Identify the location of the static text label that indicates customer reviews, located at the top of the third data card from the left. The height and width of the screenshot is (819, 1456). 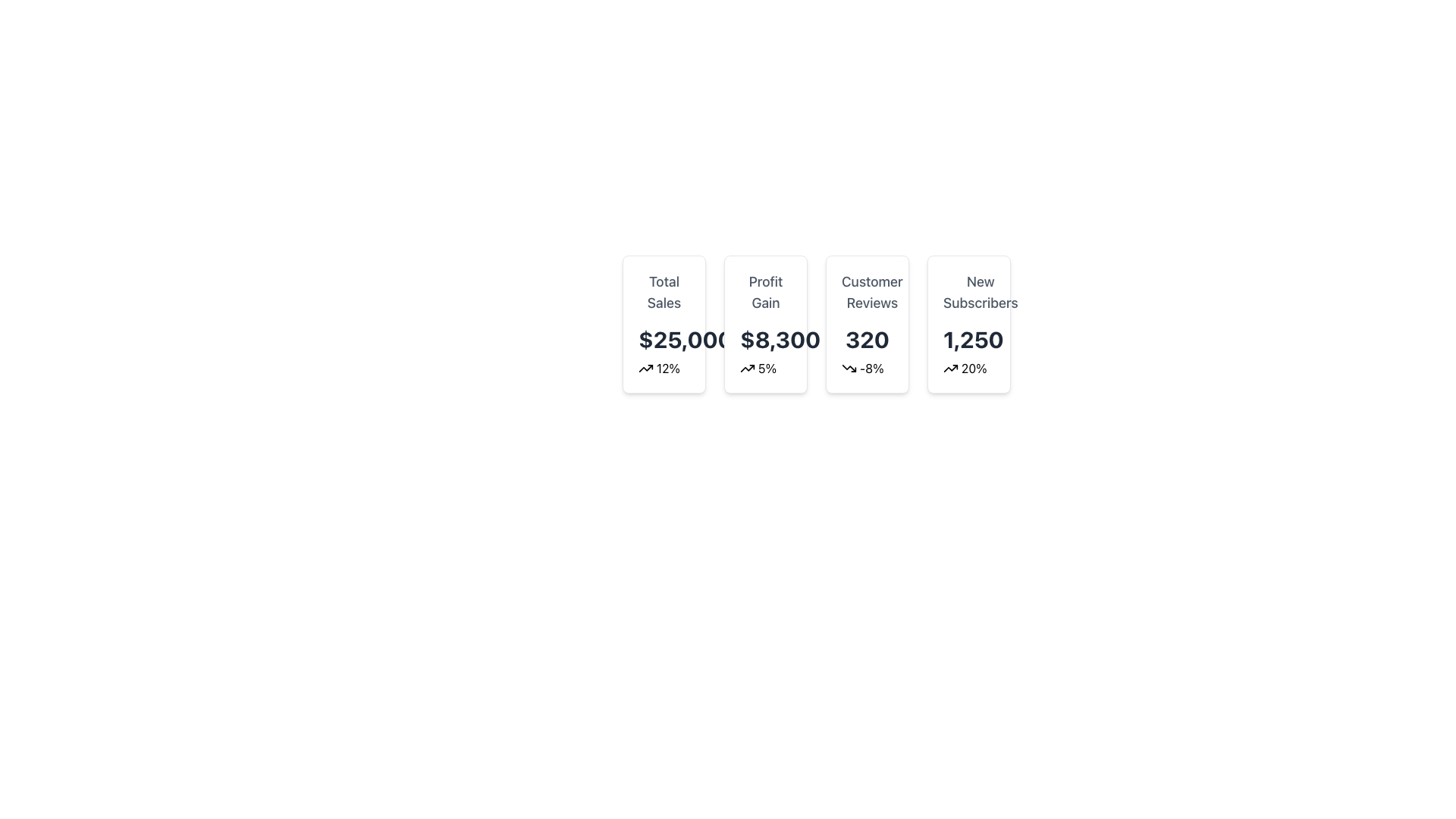
(872, 292).